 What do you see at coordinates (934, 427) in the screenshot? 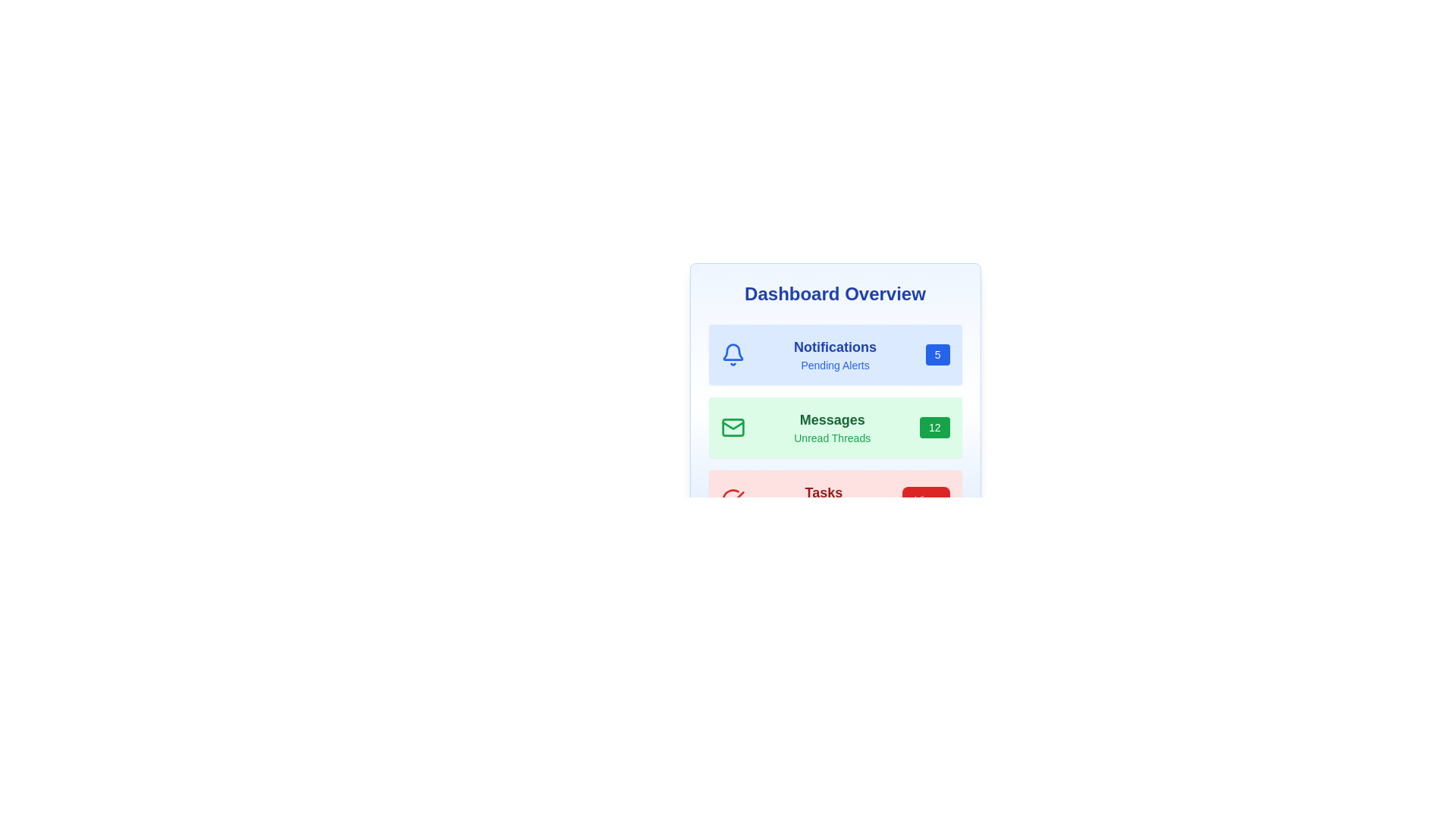
I see `the rectangular badge with a green background containing the number '12' in white, located on the right side of the 'Messages' section in the dashboard view` at bounding box center [934, 427].